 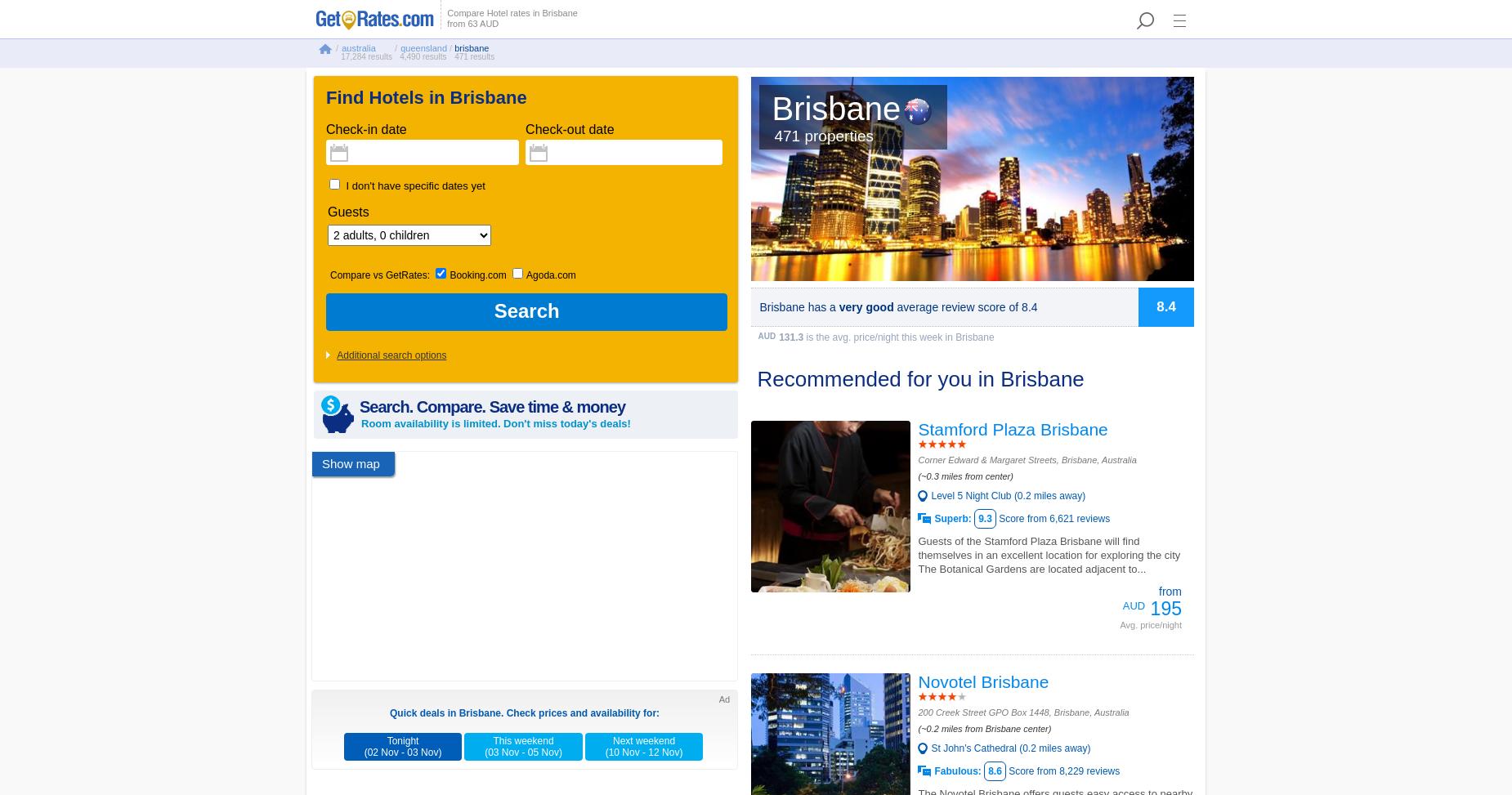 What do you see at coordinates (983, 729) in the screenshot?
I see `'(~0.2 miles from Brisbane center)'` at bounding box center [983, 729].